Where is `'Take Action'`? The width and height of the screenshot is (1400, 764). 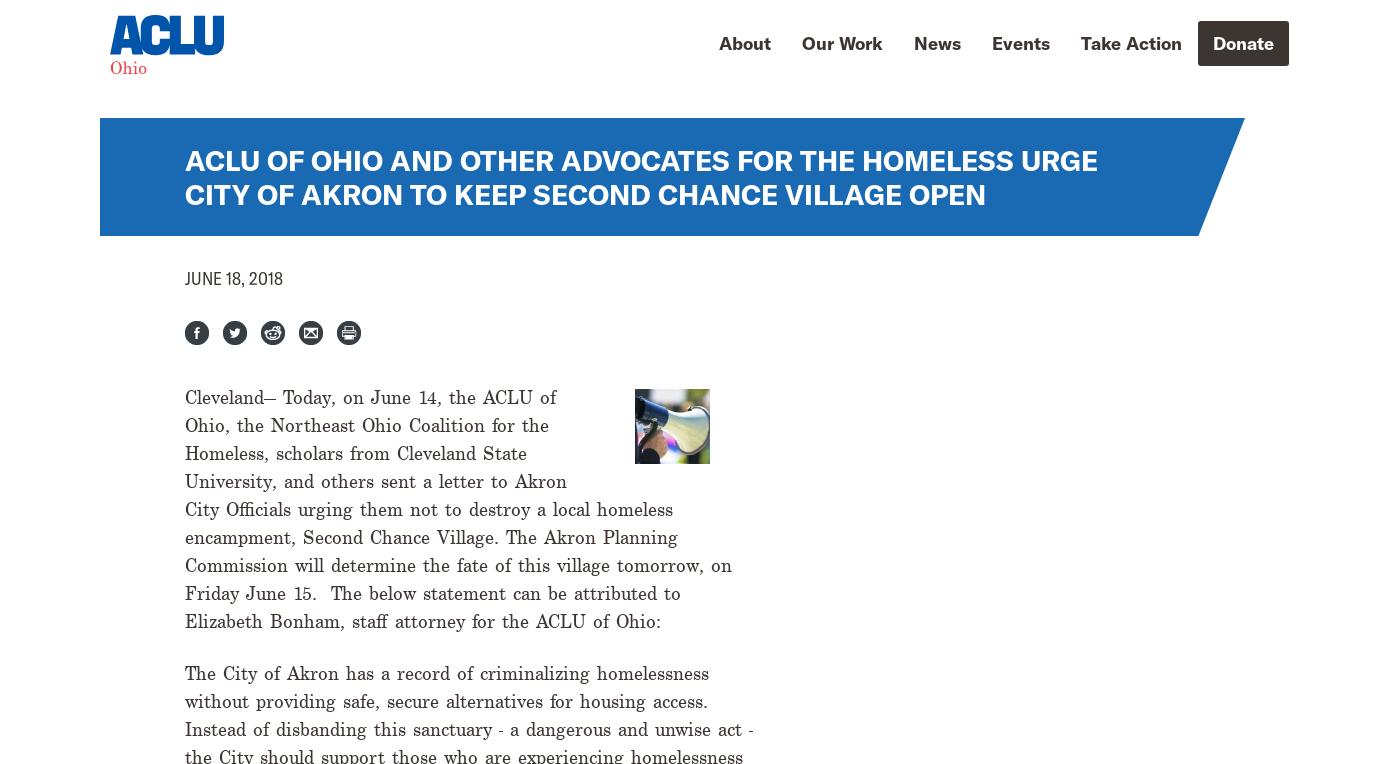
'Take Action' is located at coordinates (1131, 41).